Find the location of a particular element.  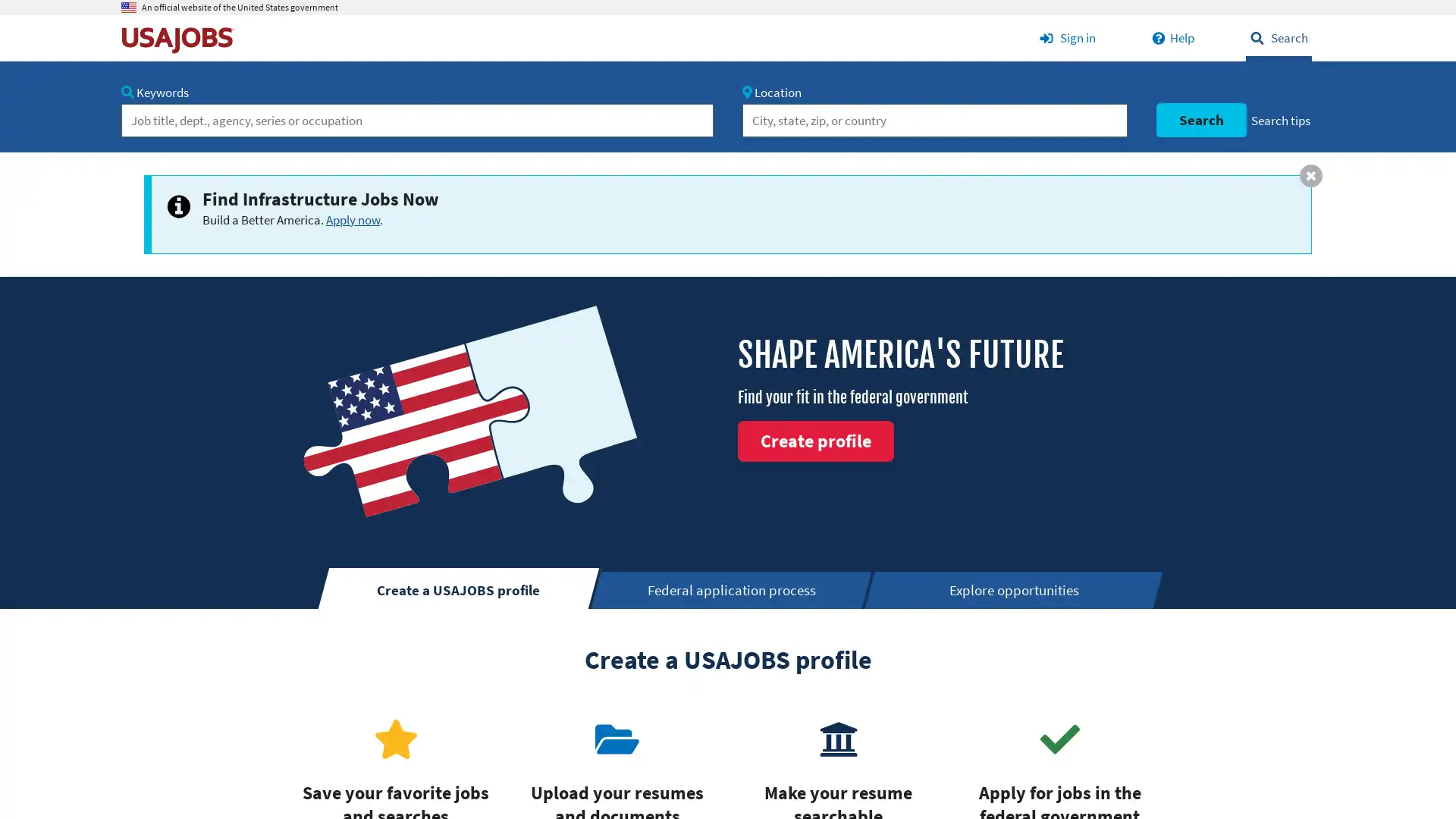

Create a USAJOBS profile is located at coordinates (458, 587).